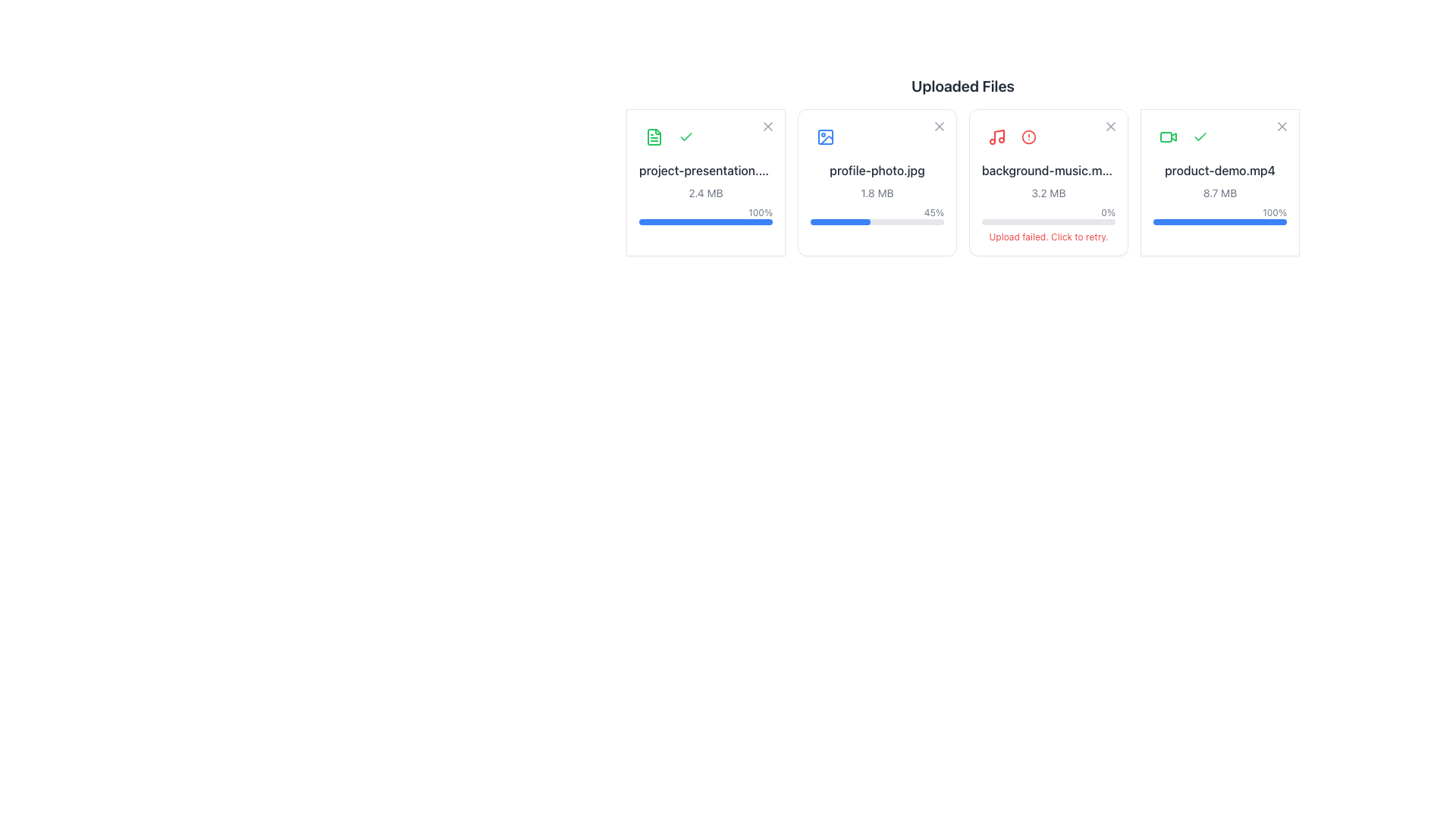 This screenshot has height=819, width=1456. I want to click on the close icon (small 'X' in light gray) located in the top-right corner of the file upload card for 'background-music.mp3', so click(1110, 125).